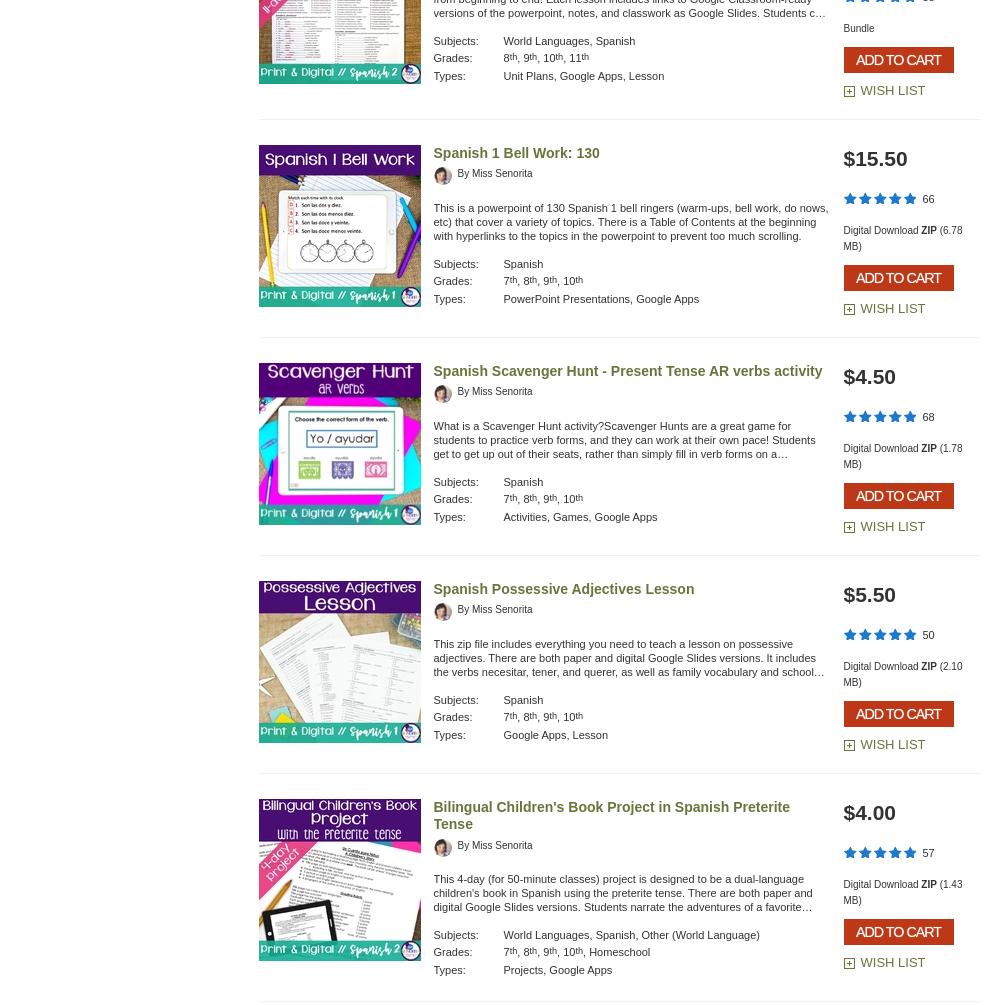 The height and width of the screenshot is (1005, 988). I want to click on '(2.10 MB)', so click(901, 674).